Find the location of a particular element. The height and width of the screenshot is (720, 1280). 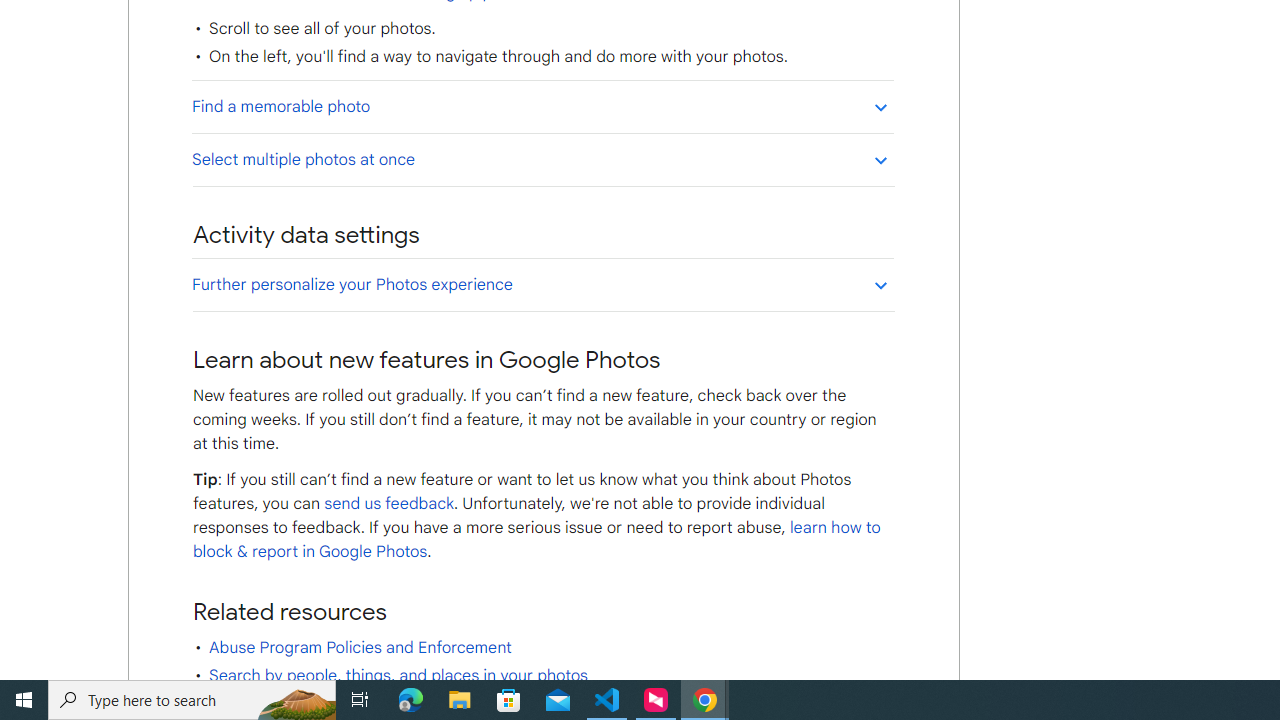

'learn how to block & report in Google Photos' is located at coordinates (536, 540).